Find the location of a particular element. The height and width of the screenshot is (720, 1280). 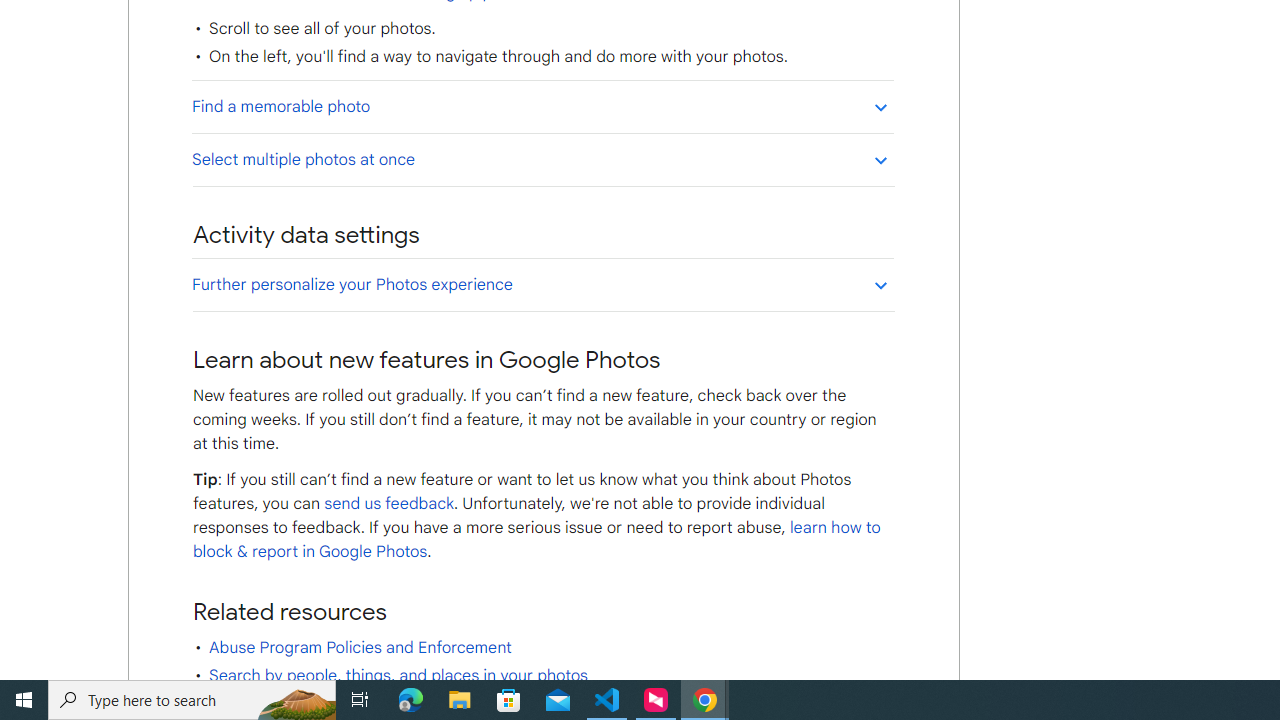

'learn how to block & report in Google Photos' is located at coordinates (536, 540).